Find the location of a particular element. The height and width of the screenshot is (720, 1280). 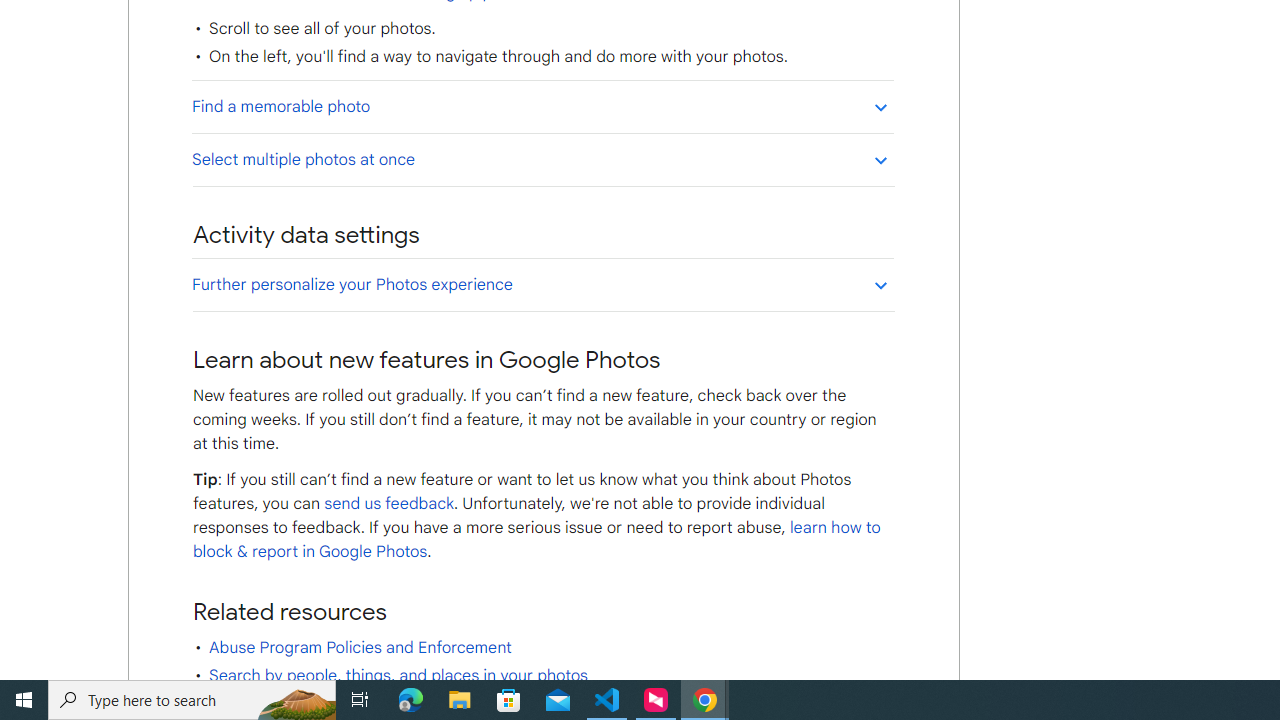

'learn how to block & report in Google Photos' is located at coordinates (536, 540).